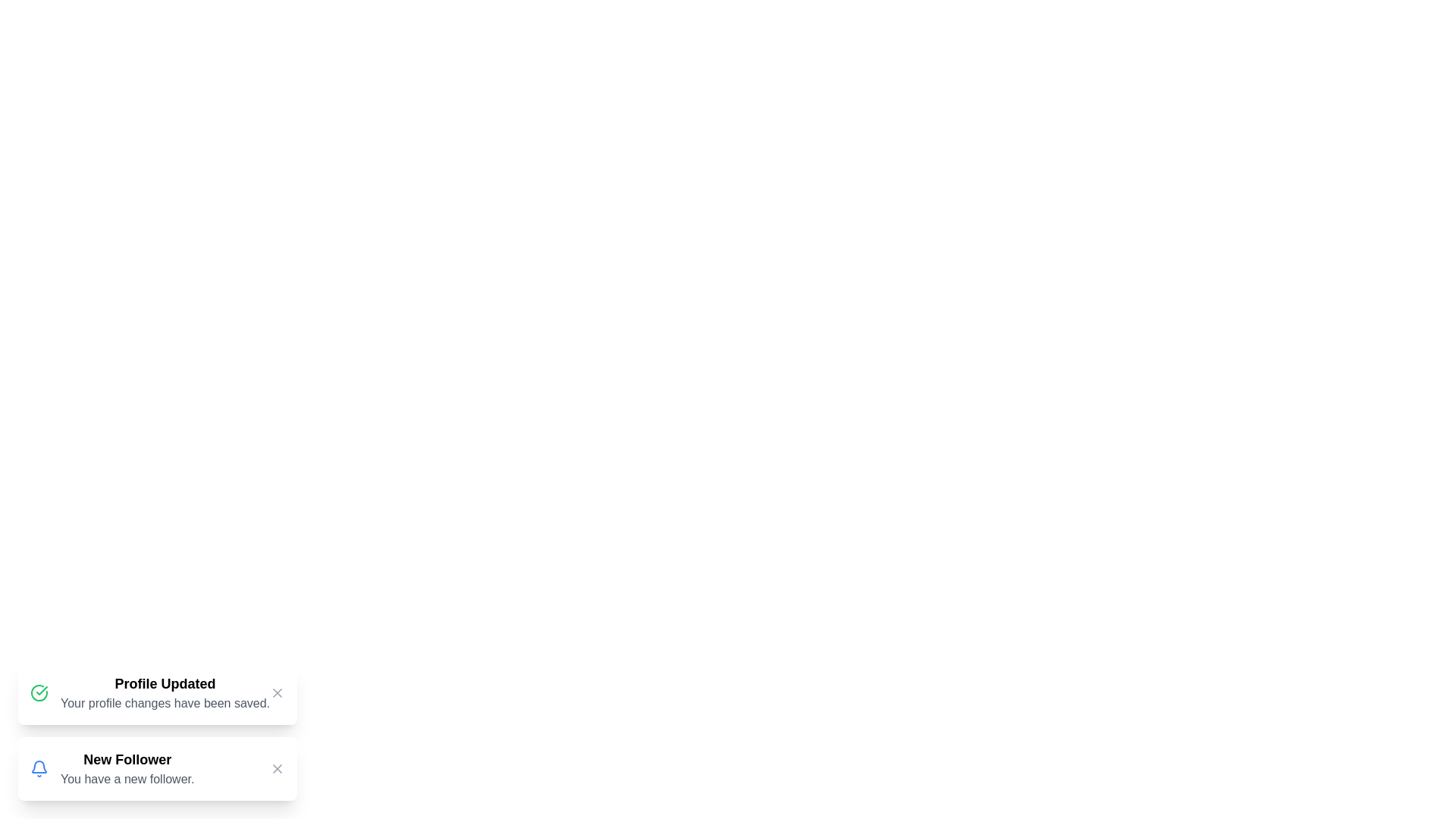  What do you see at coordinates (157, 693) in the screenshot?
I see `the 'Profile Updated' notification to read its details` at bounding box center [157, 693].